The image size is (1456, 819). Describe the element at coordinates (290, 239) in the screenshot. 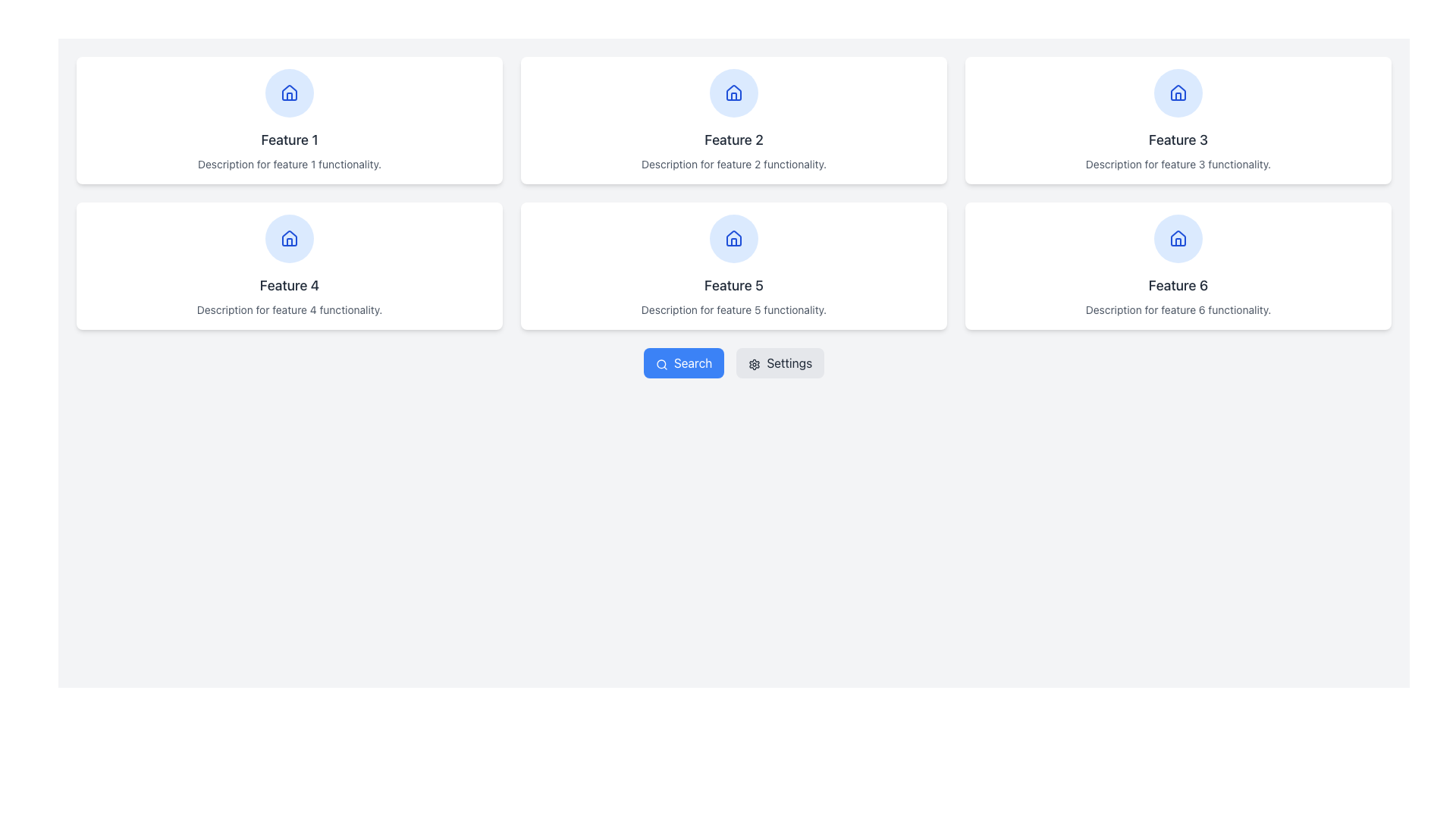

I see `the blue-outlined house-shaped icon with a circular light blue background located in the second row, first column of the grid layout` at that location.